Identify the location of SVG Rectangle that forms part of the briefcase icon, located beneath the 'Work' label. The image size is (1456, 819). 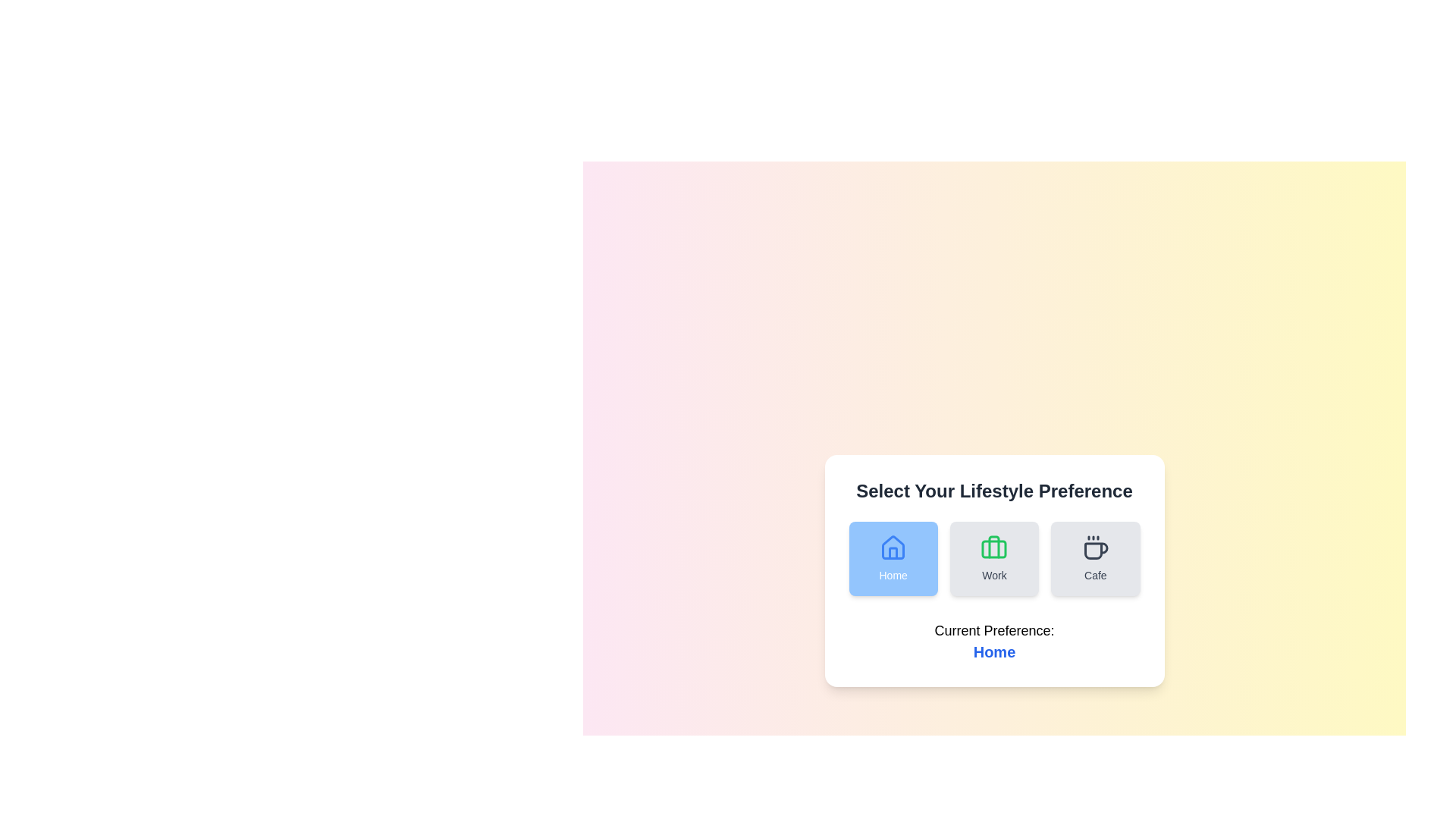
(994, 549).